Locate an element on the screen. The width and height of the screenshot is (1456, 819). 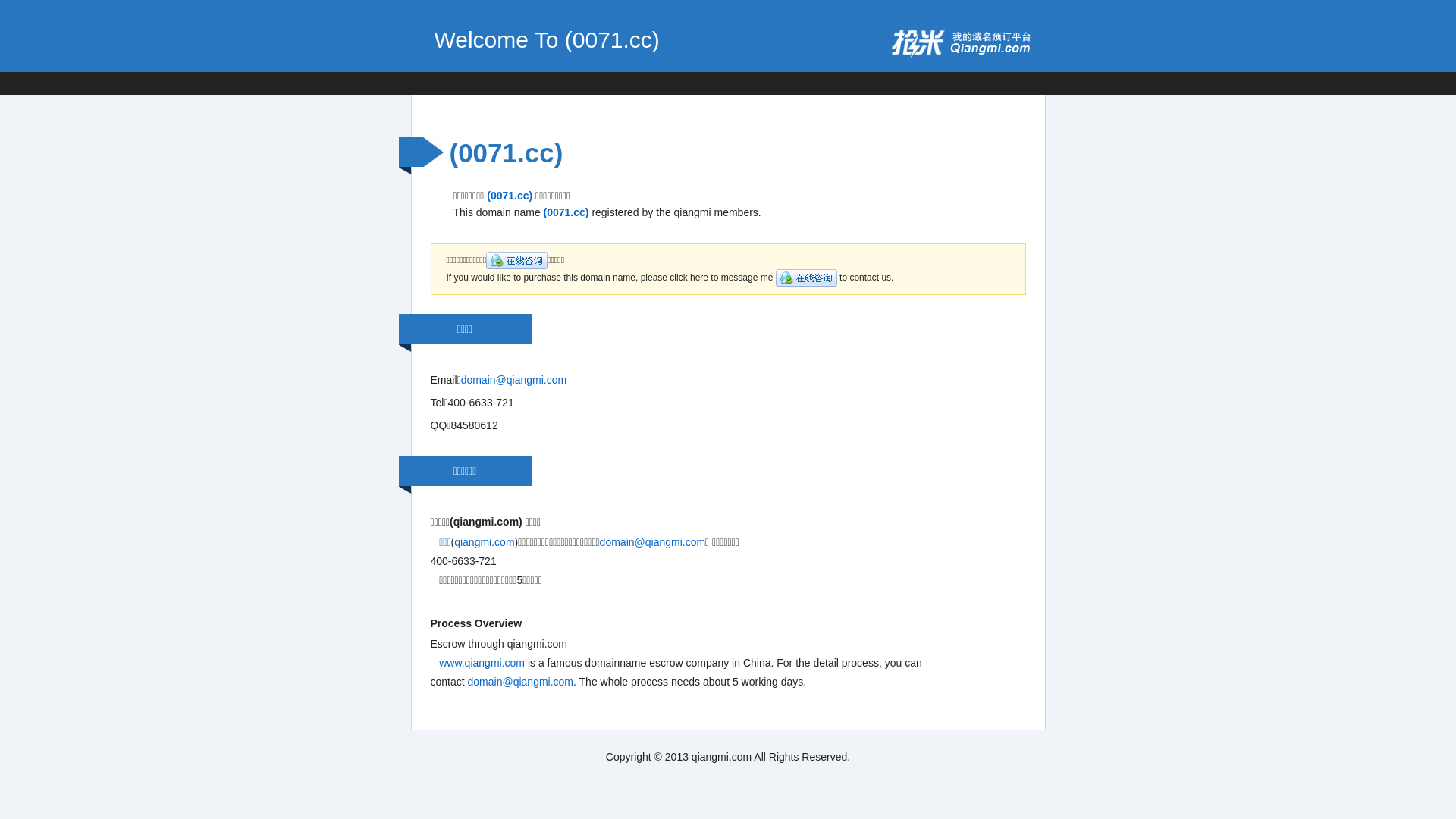
'www.qiangmi.com' is located at coordinates (438, 662).